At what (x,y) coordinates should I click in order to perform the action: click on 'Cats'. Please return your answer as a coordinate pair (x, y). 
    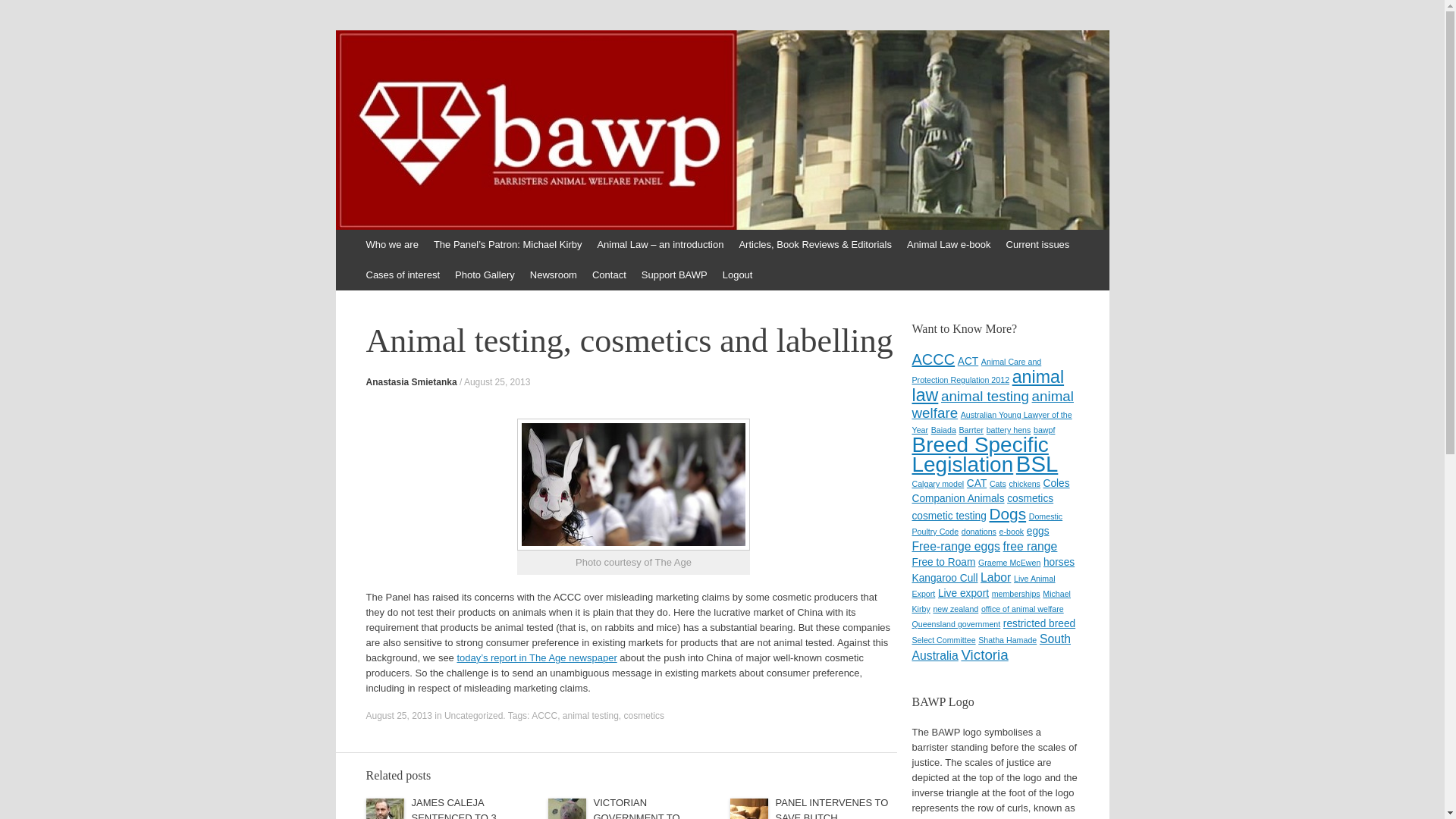
    Looking at the image, I should click on (997, 483).